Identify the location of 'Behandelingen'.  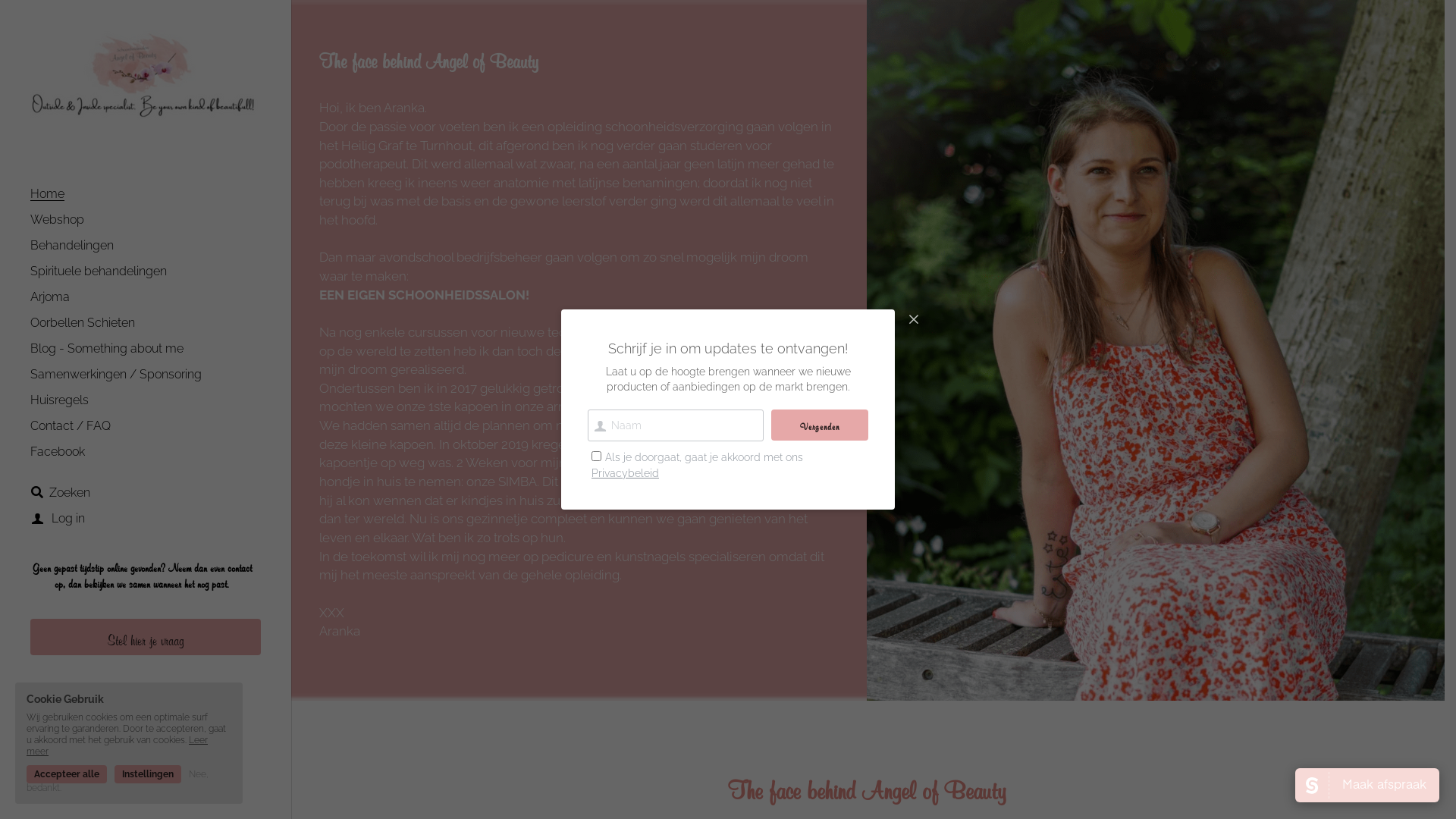
(71, 244).